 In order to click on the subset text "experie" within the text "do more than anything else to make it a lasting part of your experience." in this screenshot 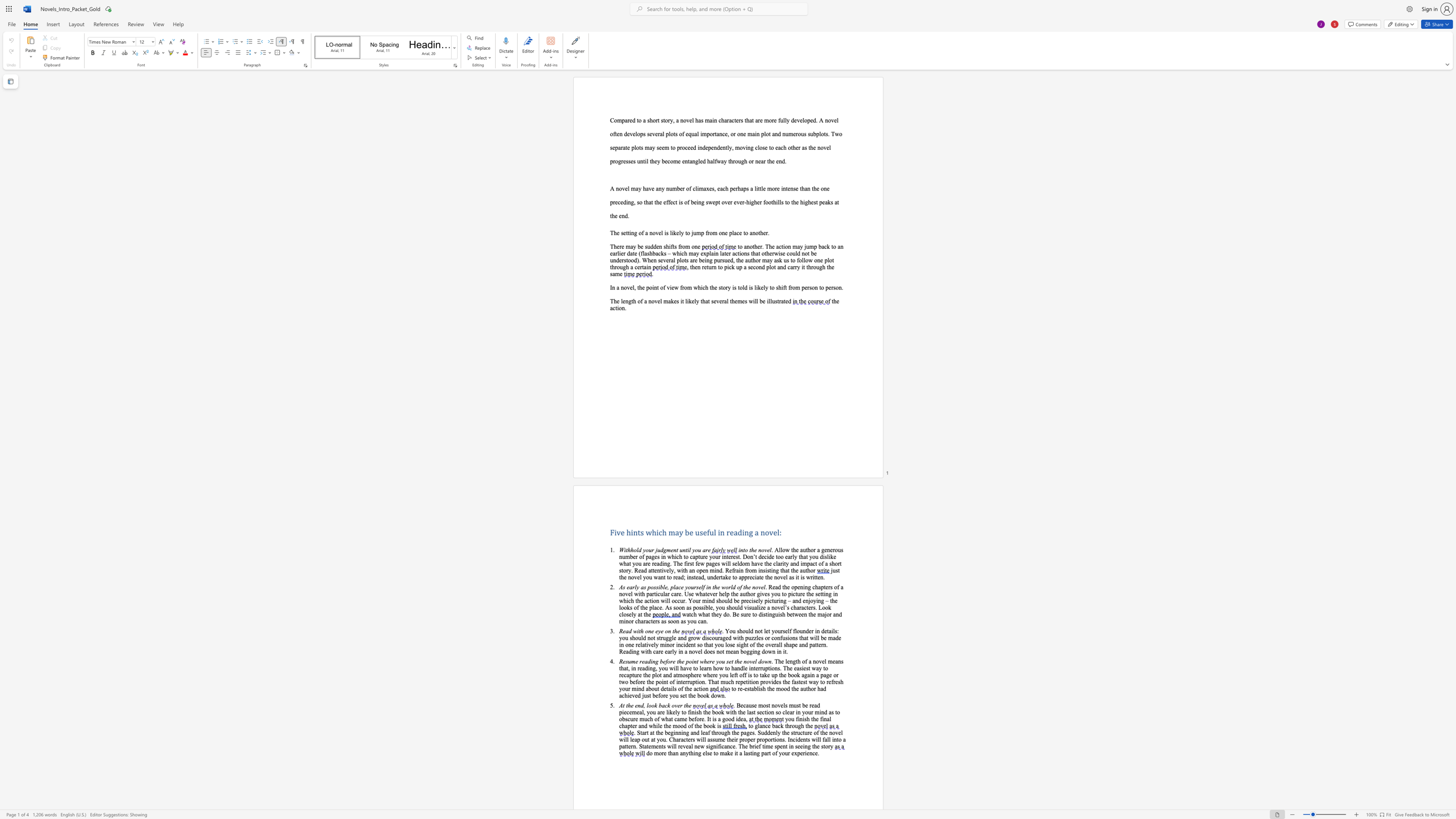, I will do `click(791, 753)`.